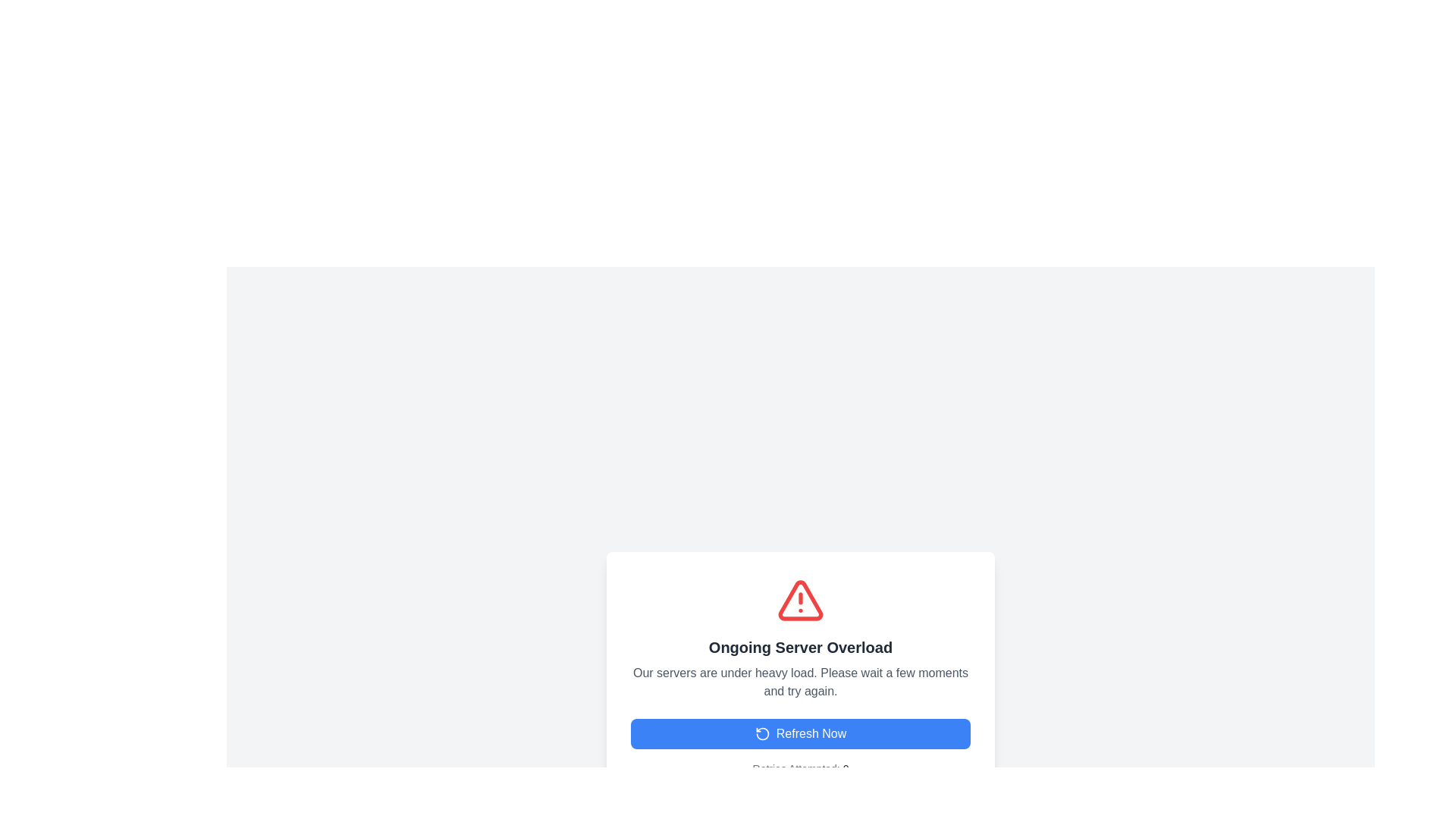 This screenshot has width=1456, height=819. Describe the element at coordinates (845, 769) in the screenshot. I see `the numeral '0' in the text line 'Retries Attempted: 0', which is styled with a medium-weight font and gray color, located at the bottom center of the dialog interface` at that location.